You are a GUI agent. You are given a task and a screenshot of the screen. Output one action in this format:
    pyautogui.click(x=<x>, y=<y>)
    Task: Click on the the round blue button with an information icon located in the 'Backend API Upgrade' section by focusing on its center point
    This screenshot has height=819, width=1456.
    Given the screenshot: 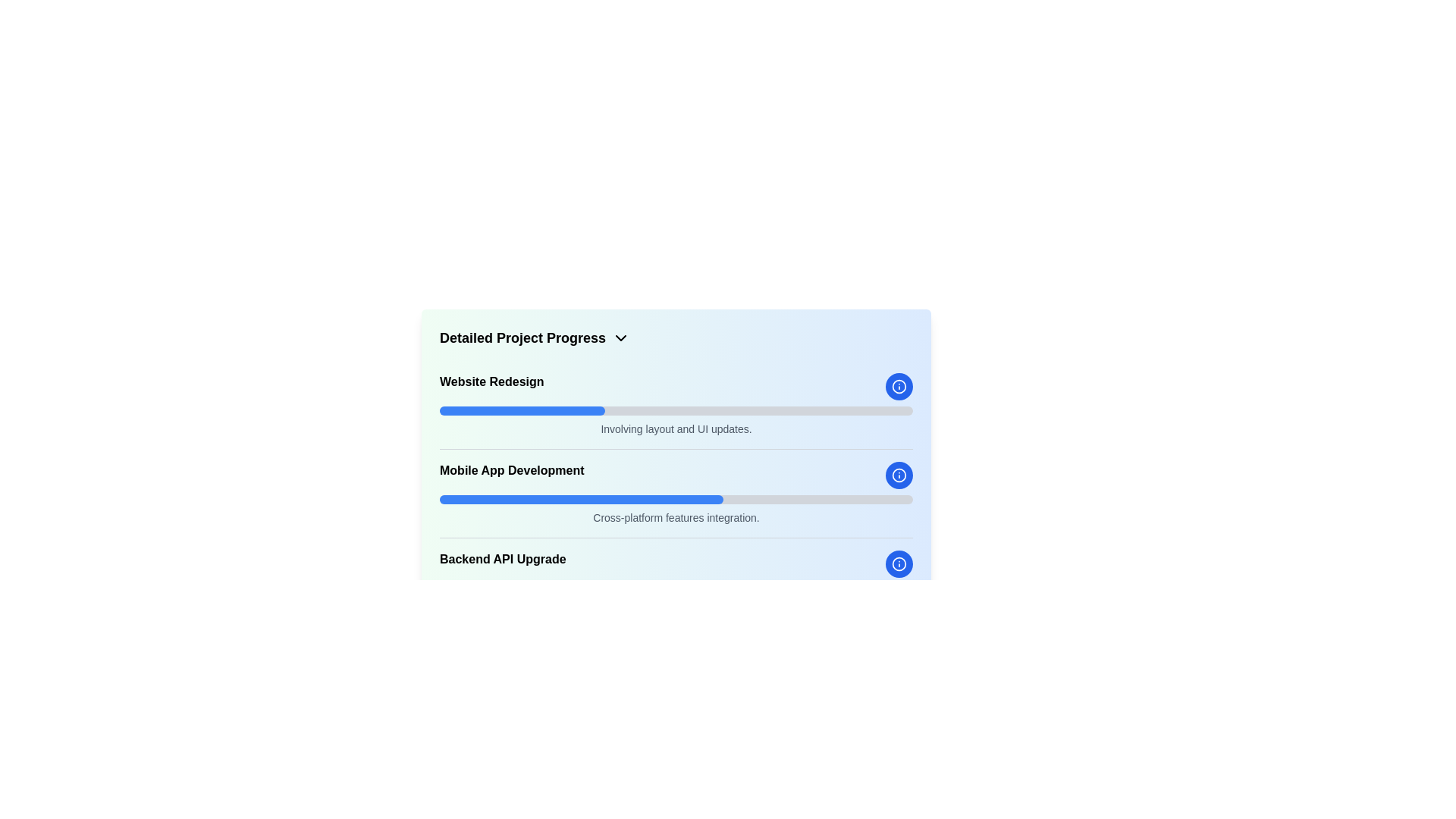 What is the action you would take?
    pyautogui.click(x=899, y=564)
    